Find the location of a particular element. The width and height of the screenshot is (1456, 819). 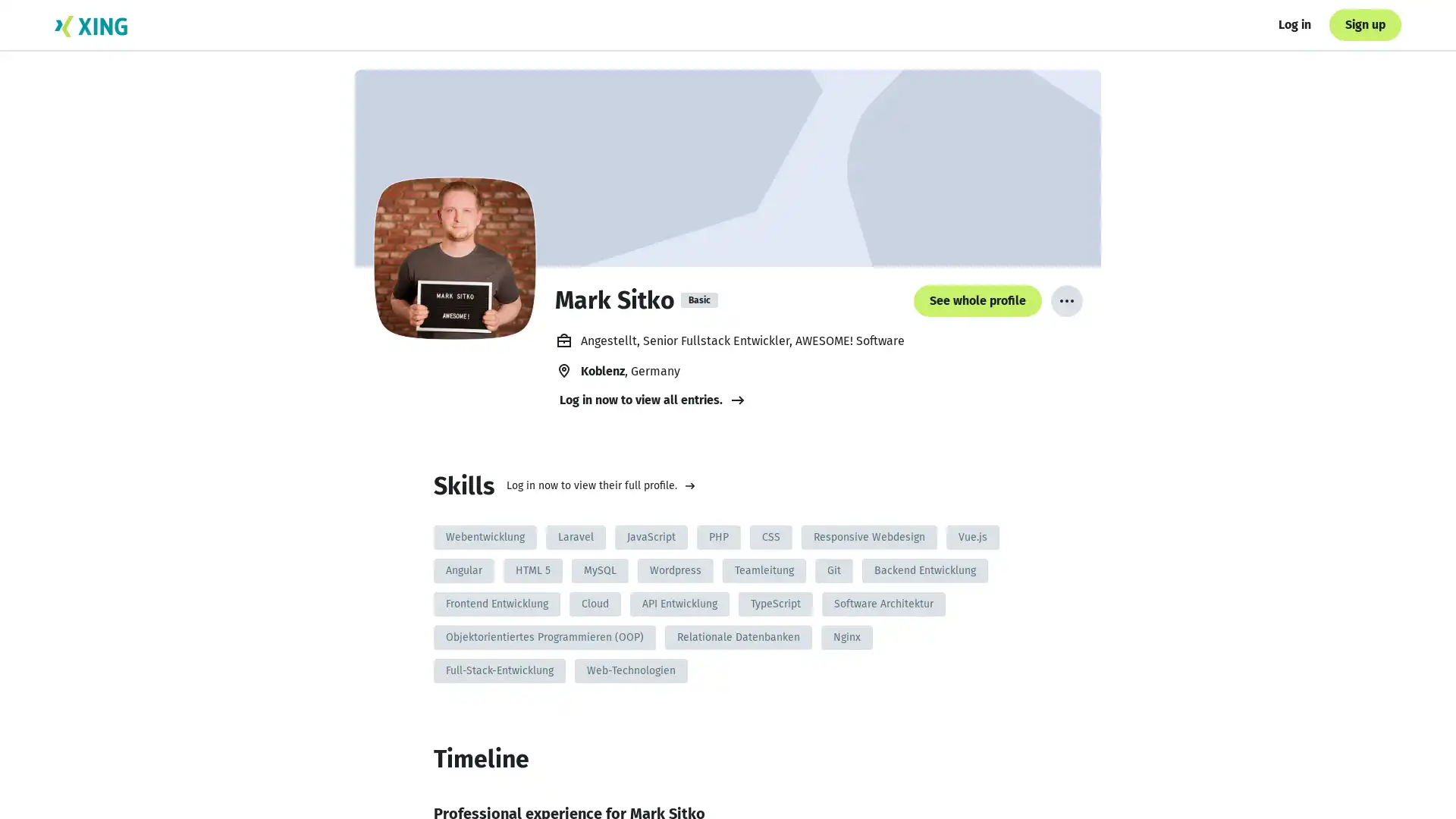

Mark Sitko is located at coordinates (454, 257).